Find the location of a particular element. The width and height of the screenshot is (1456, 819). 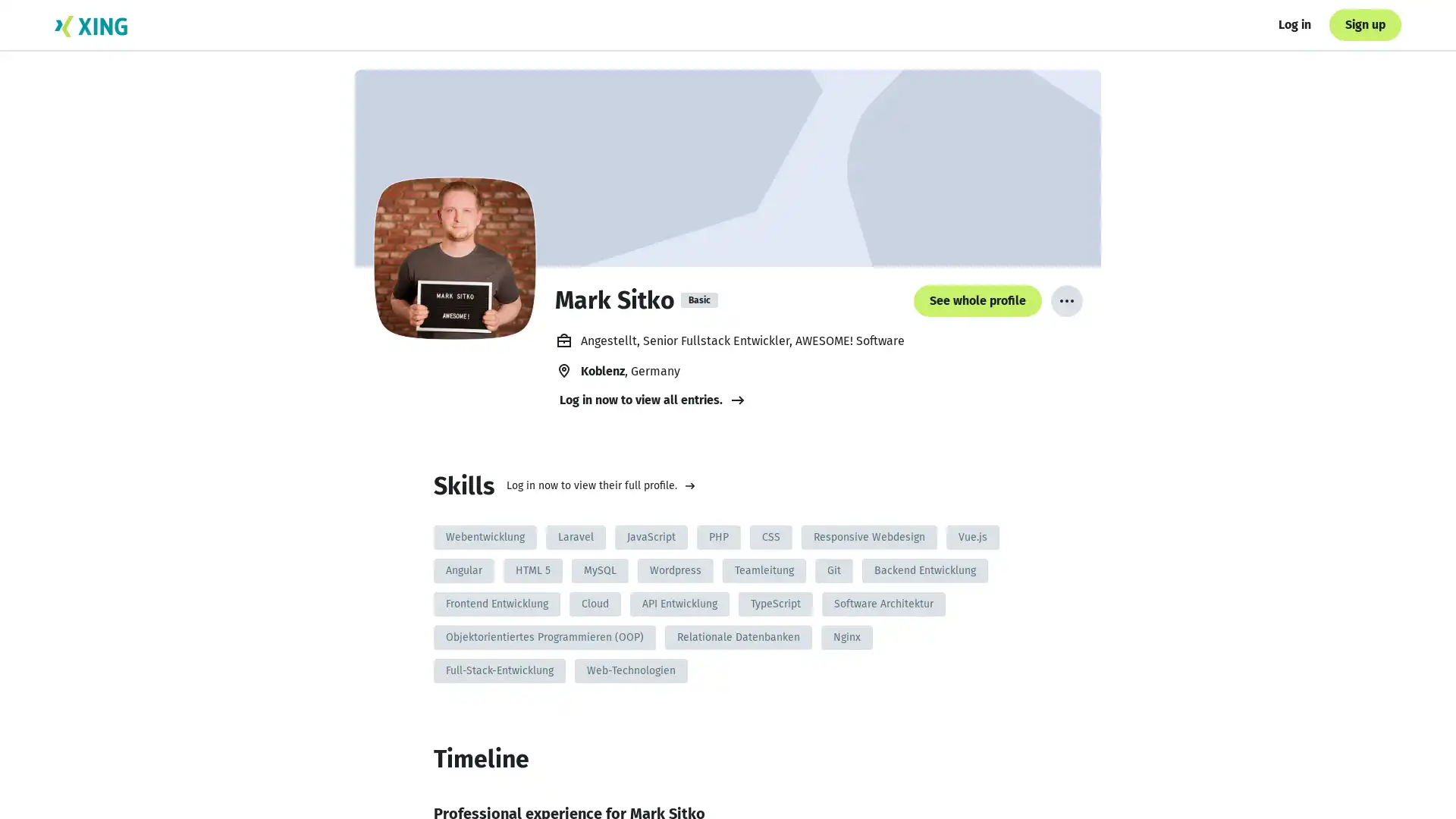

Mark Sitko is located at coordinates (454, 257).